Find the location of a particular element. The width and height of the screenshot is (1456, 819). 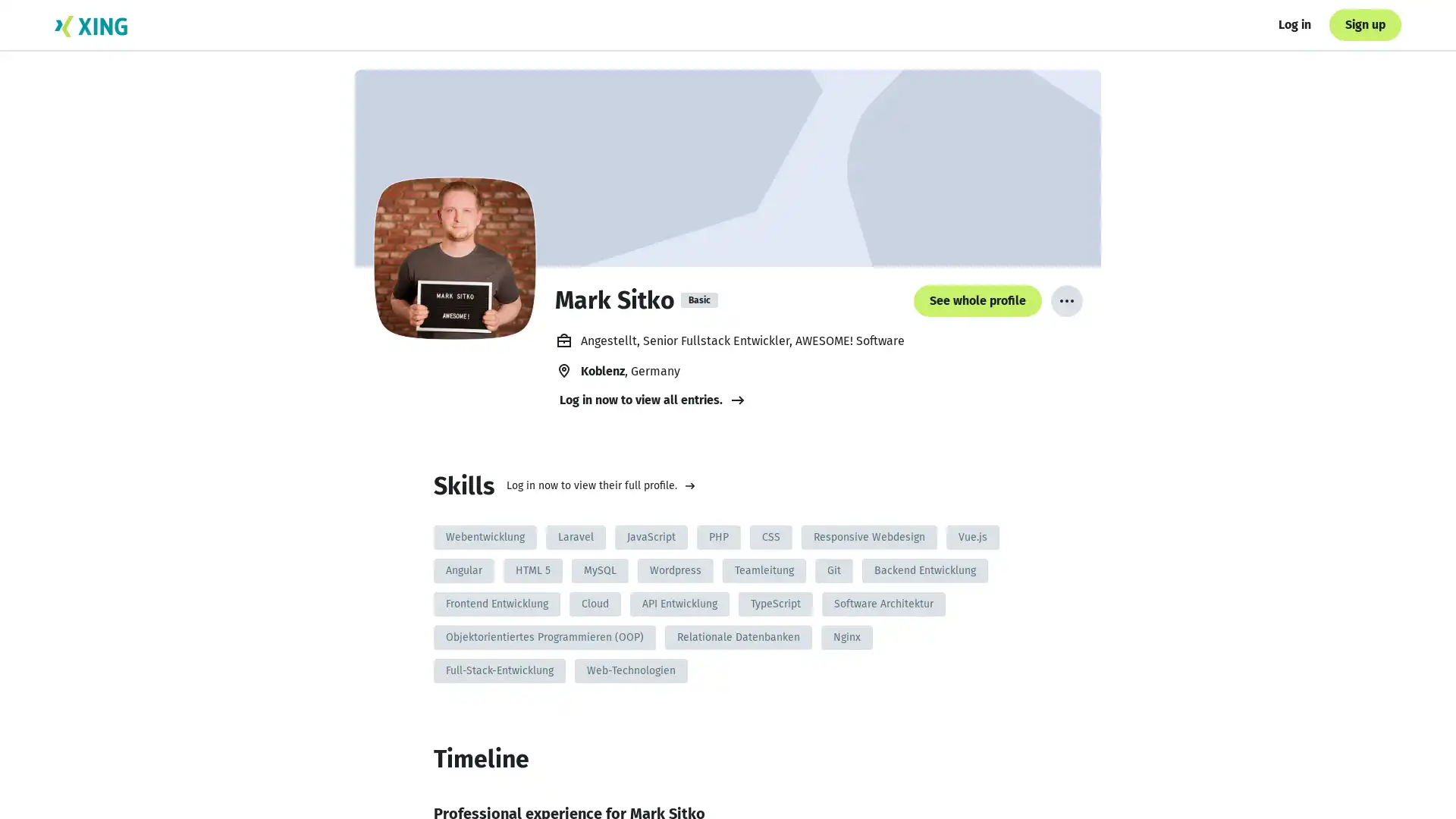

Mark Sitko is located at coordinates (454, 257).